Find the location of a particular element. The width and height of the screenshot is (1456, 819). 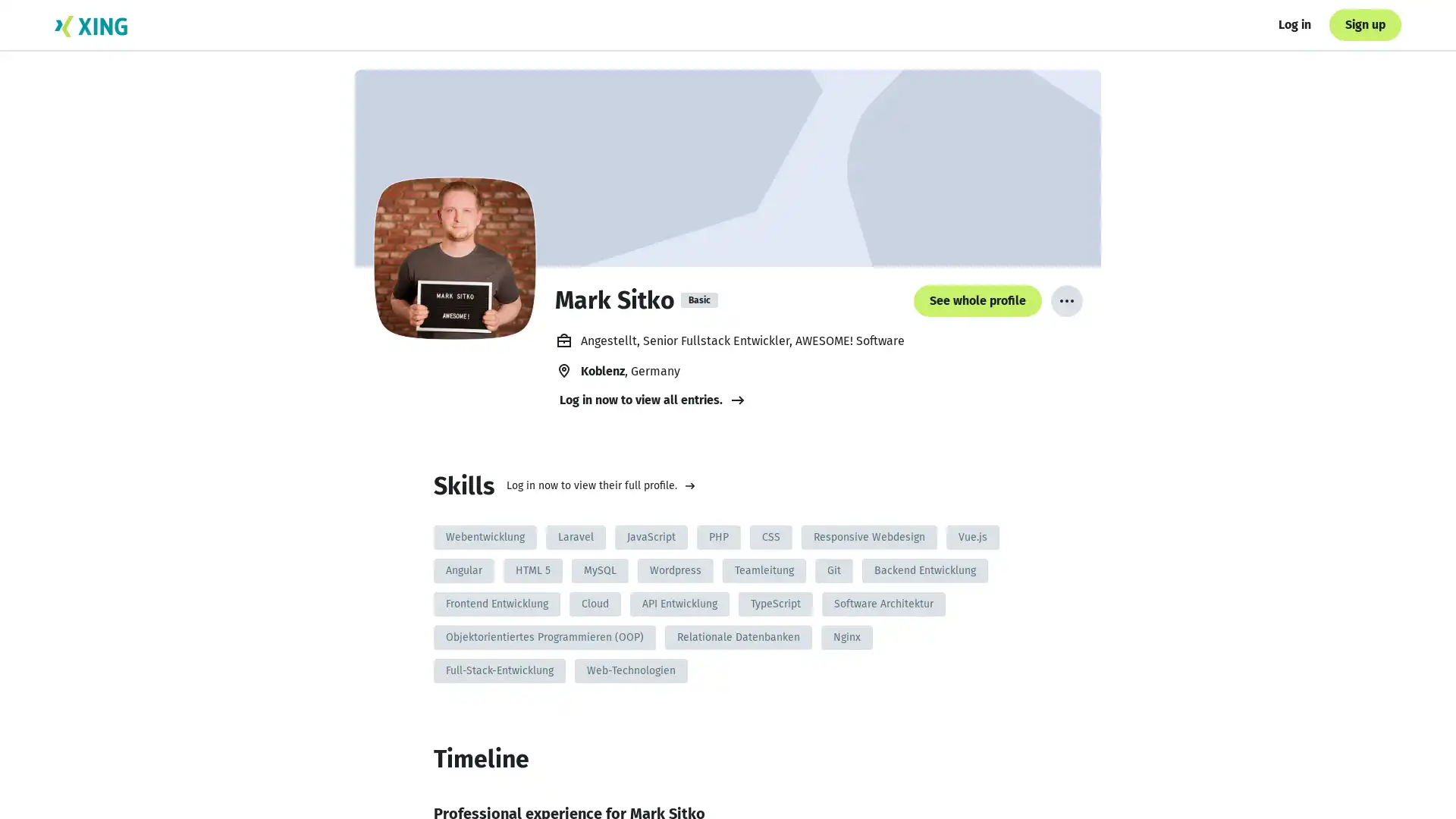

Mark Sitko is located at coordinates (454, 257).